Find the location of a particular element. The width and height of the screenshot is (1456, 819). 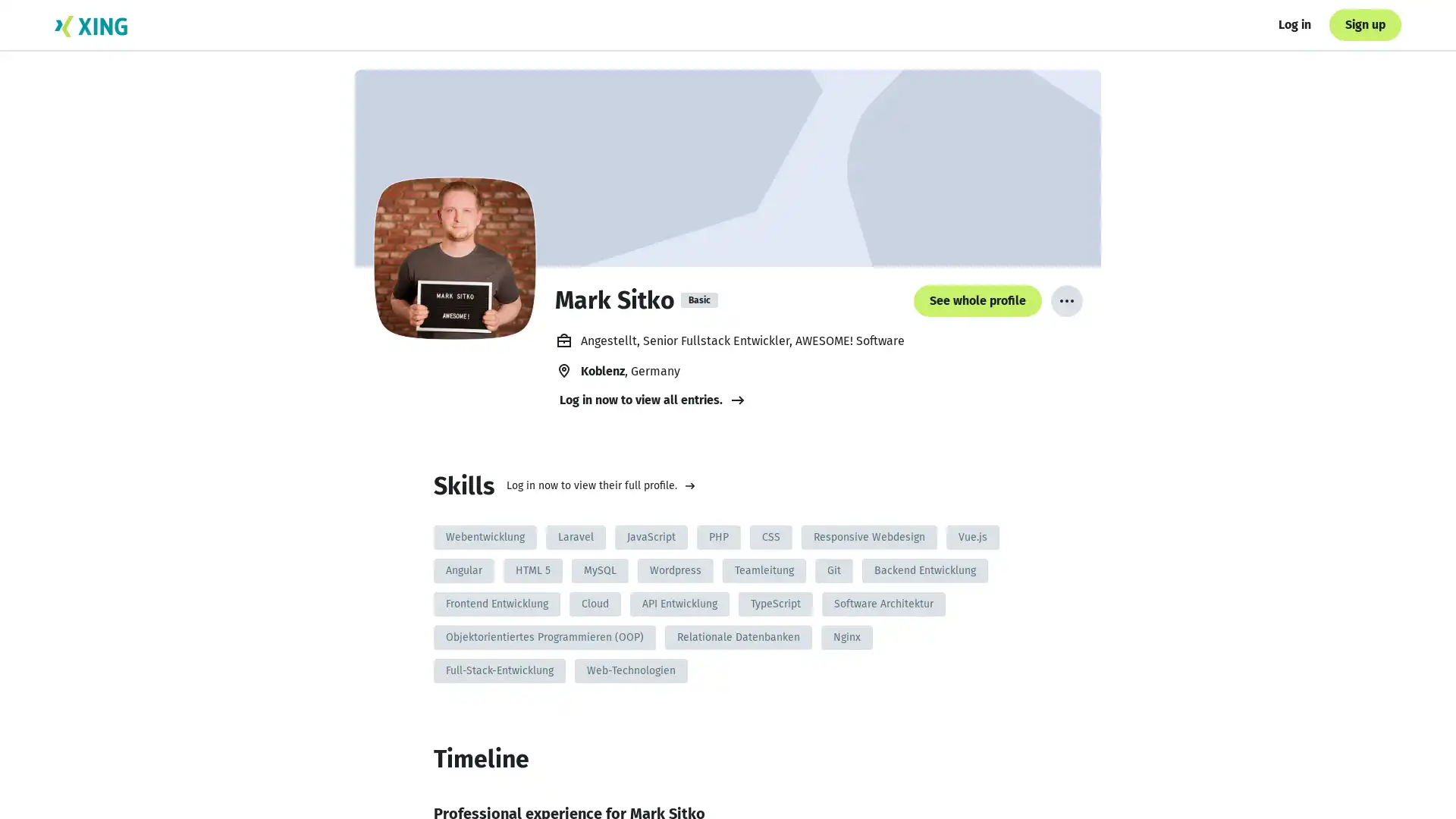

Mark Sitko is located at coordinates (454, 257).